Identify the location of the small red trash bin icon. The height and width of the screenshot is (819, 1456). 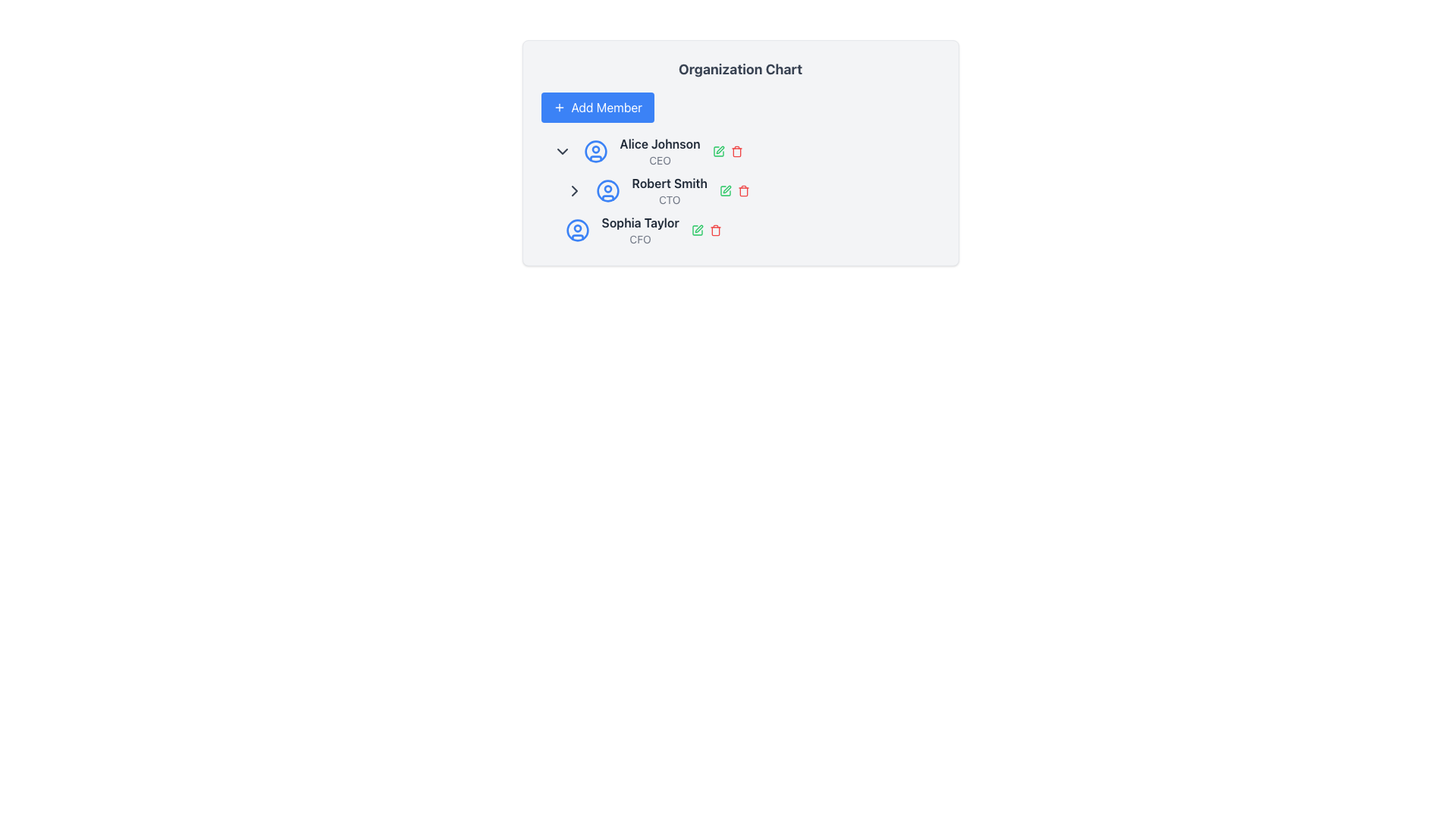
(736, 152).